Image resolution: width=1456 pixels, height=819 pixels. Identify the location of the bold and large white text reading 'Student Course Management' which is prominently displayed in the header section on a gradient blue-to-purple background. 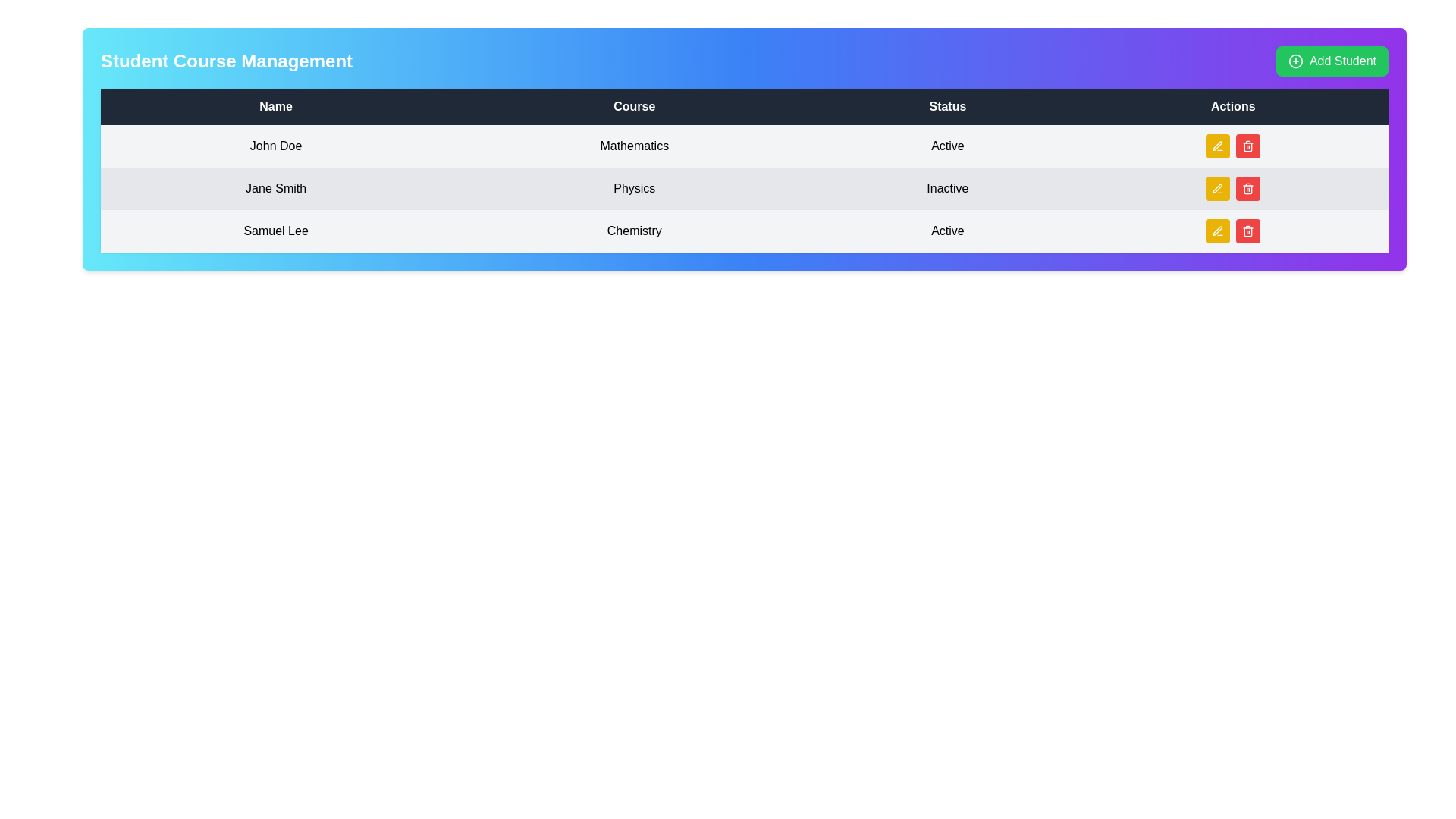
(225, 61).